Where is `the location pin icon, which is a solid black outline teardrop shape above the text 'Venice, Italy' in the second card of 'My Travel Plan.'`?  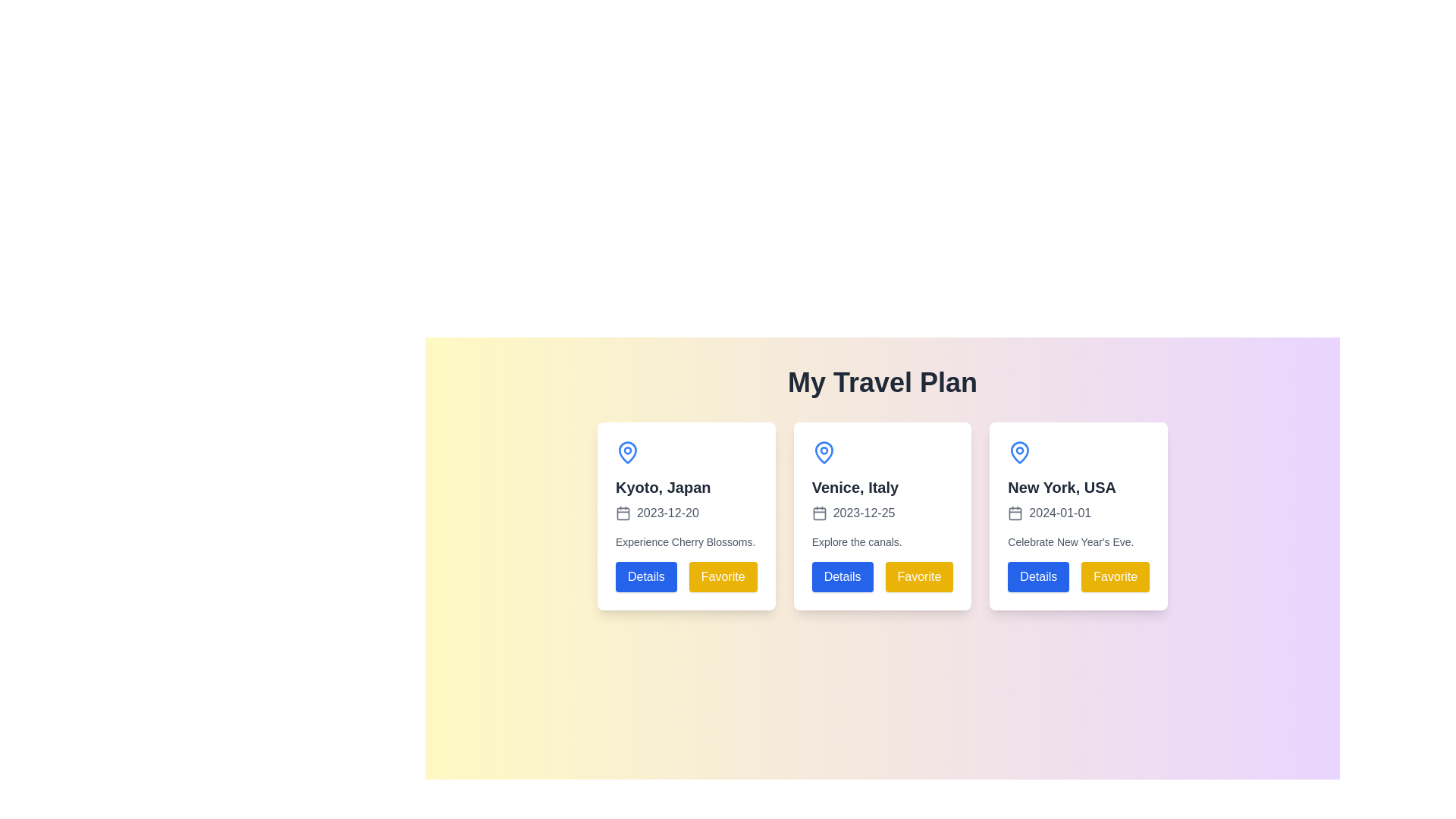
the location pin icon, which is a solid black outline teardrop shape above the text 'Venice, Italy' in the second card of 'My Travel Plan.' is located at coordinates (823, 452).